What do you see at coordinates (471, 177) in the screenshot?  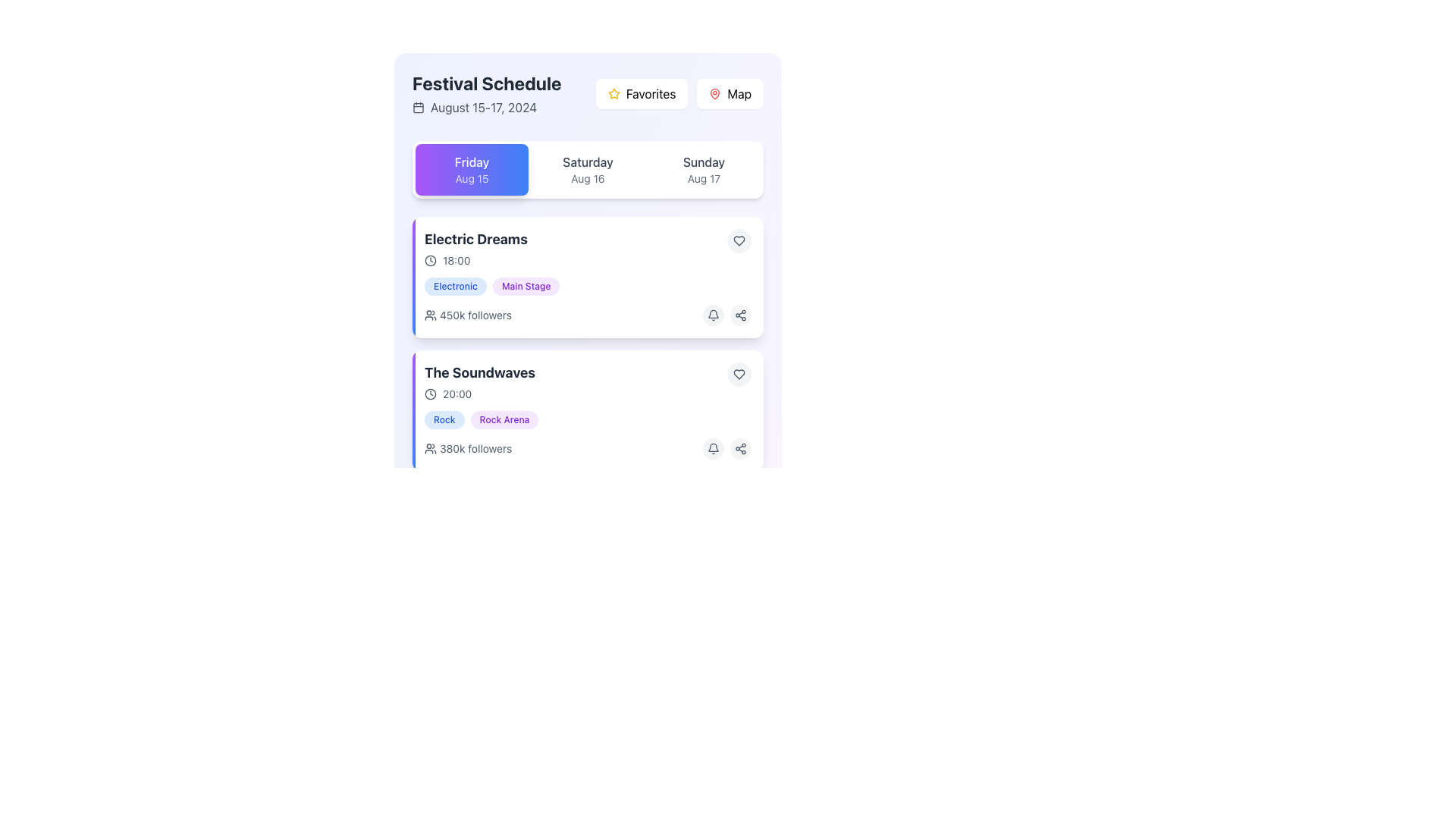 I see `the decorative text label indicating the date associated with the 'Friday' button, which is positioned below the 'Friday' text and above the main content area` at bounding box center [471, 177].